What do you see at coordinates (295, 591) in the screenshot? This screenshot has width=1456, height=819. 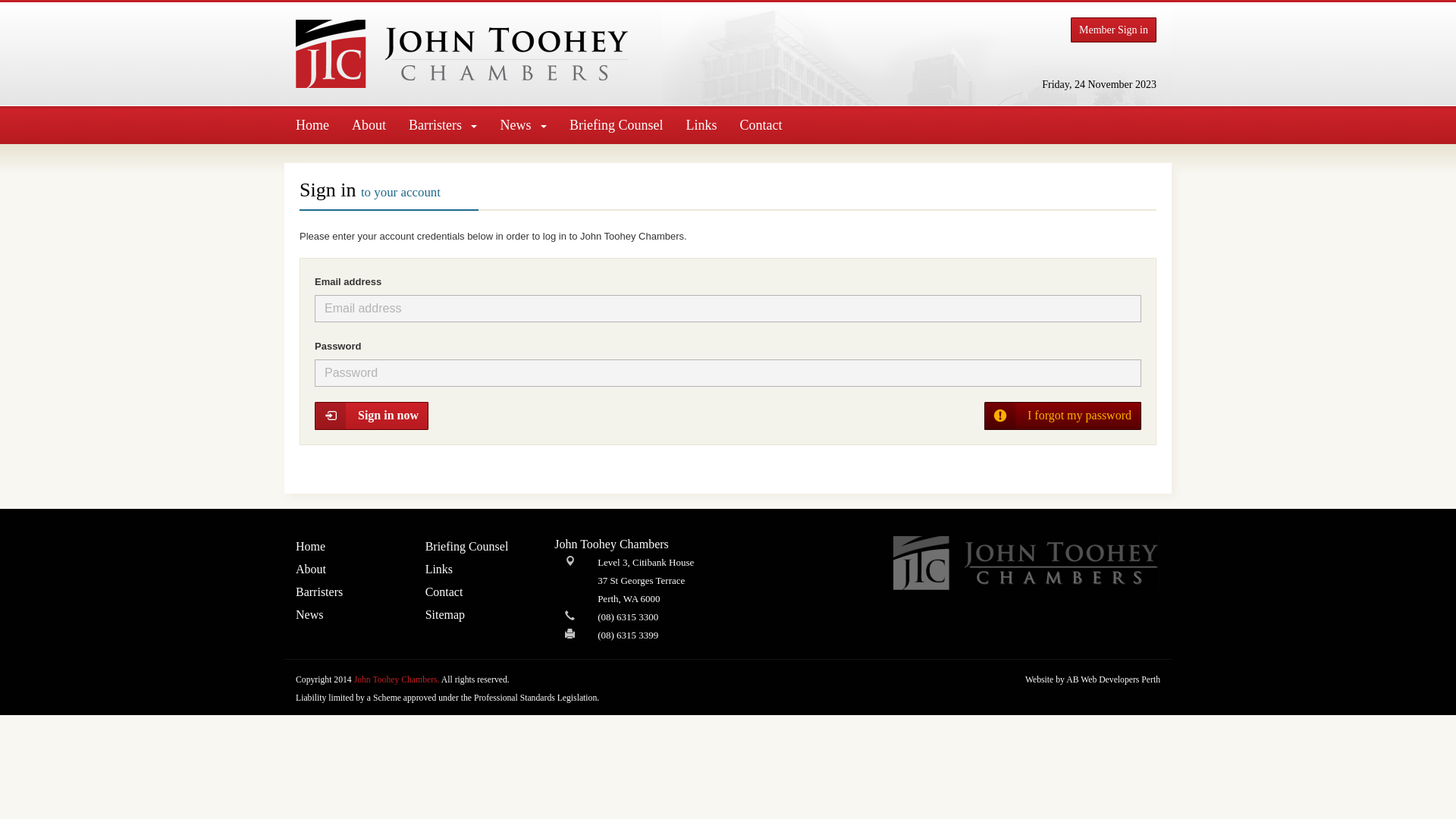 I see `'Barristers'` at bounding box center [295, 591].